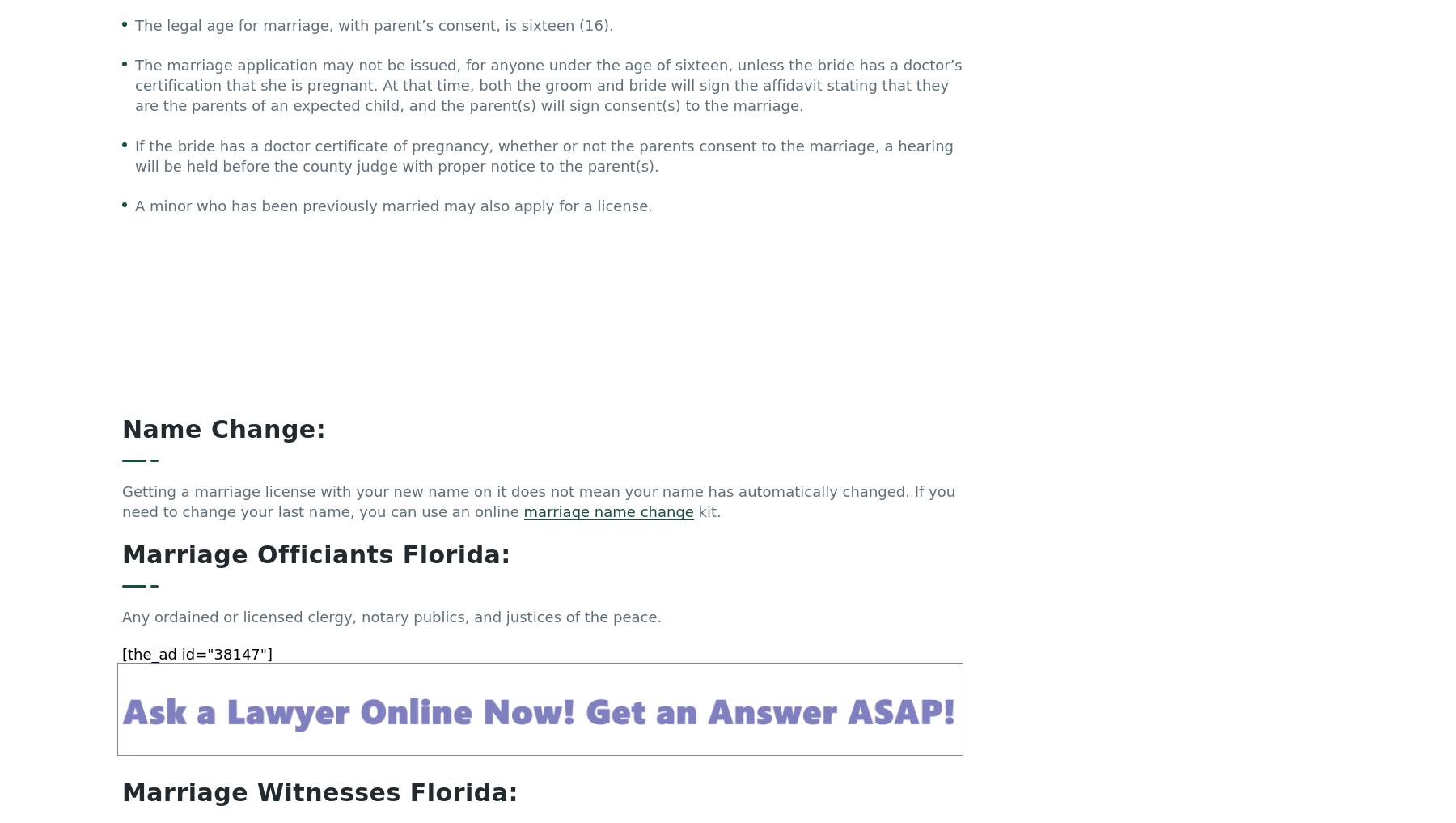  I want to click on 'marriage name change', so click(607, 196).